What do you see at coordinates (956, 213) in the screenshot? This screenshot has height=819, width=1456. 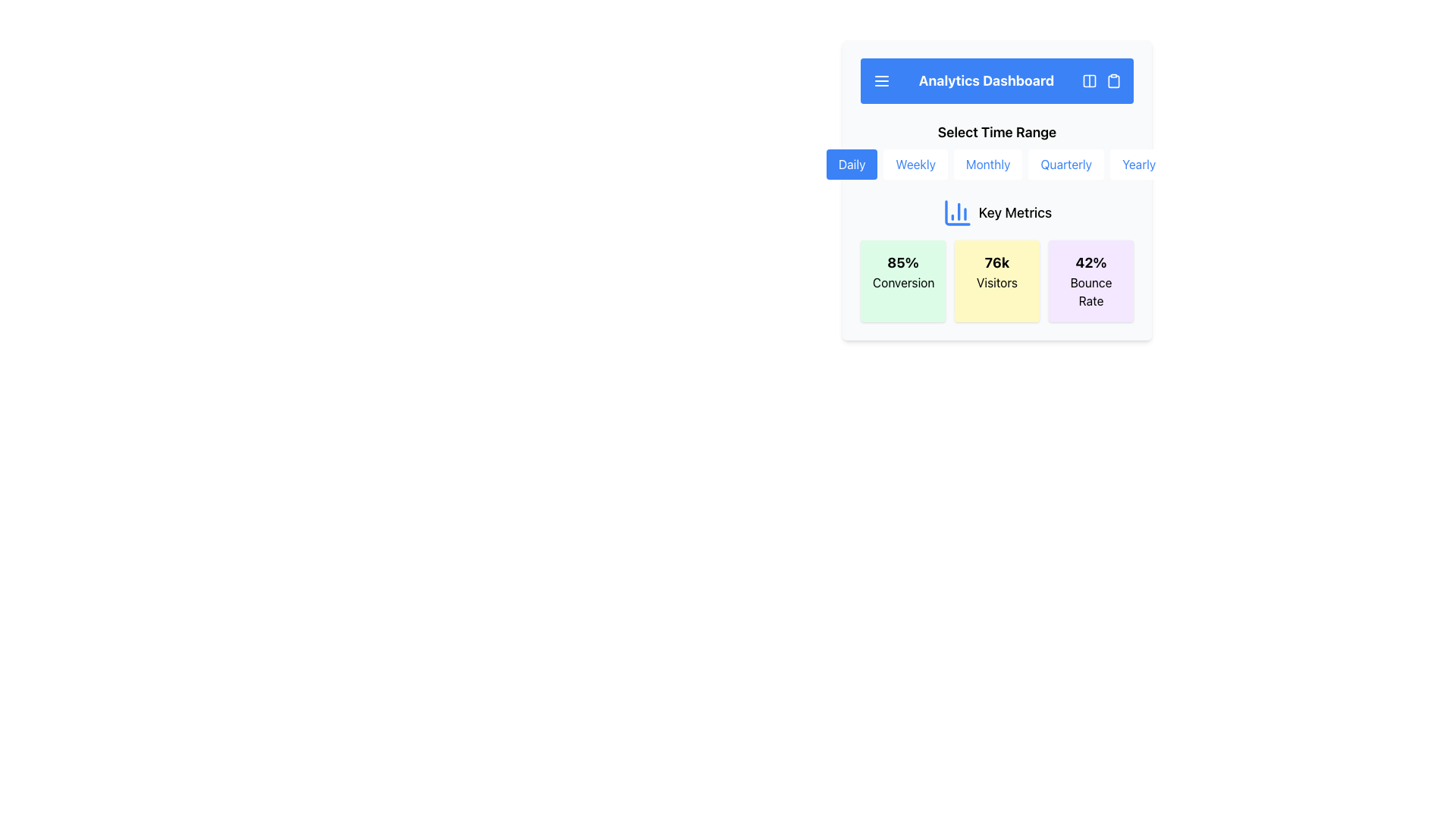 I see `the top-left section of the SVG icon representing a column chart adjacent to the 'Key Metrics' label` at bounding box center [956, 213].